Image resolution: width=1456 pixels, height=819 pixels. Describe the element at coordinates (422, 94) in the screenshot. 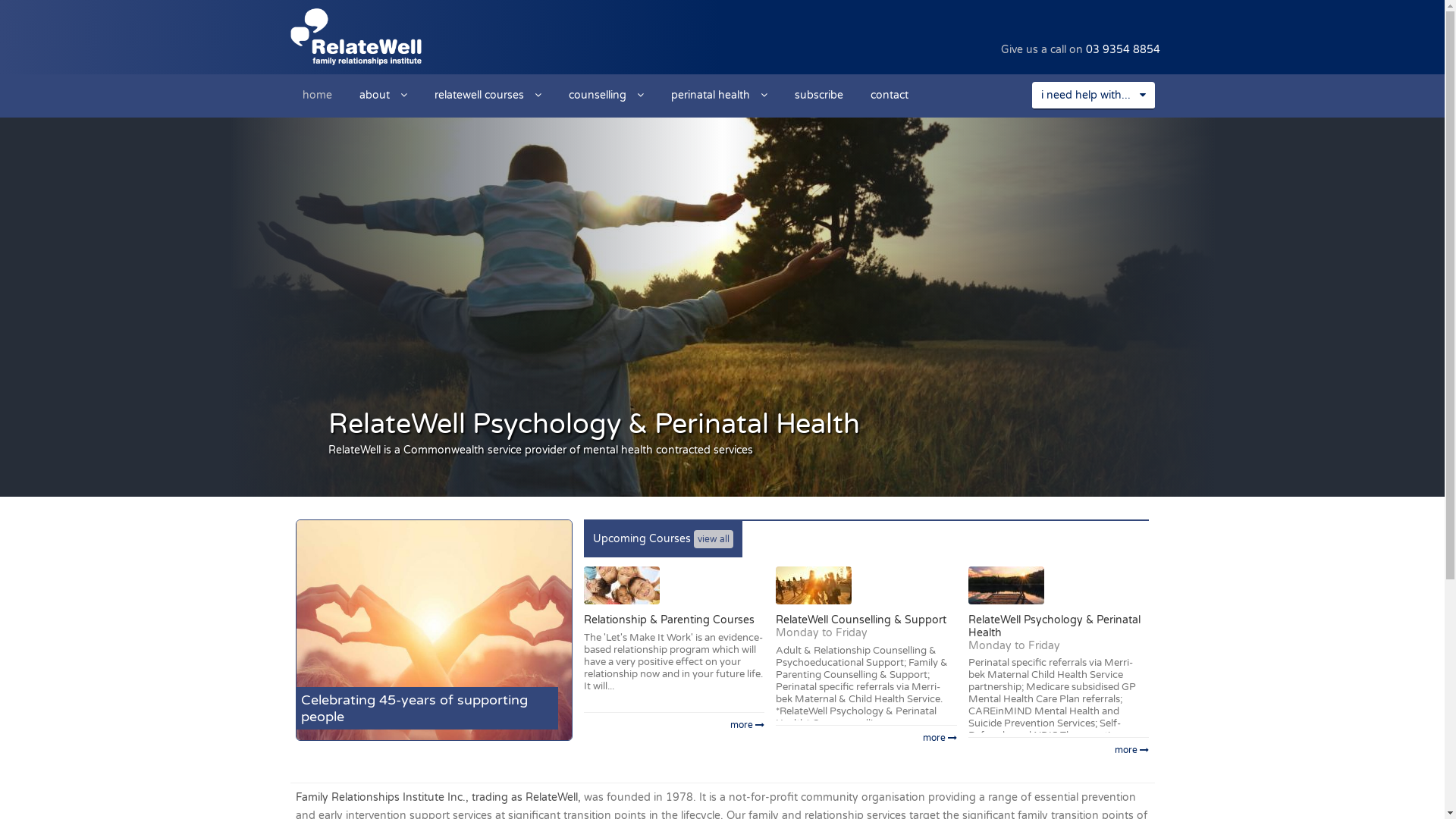

I see `'relatewell courses'` at that location.